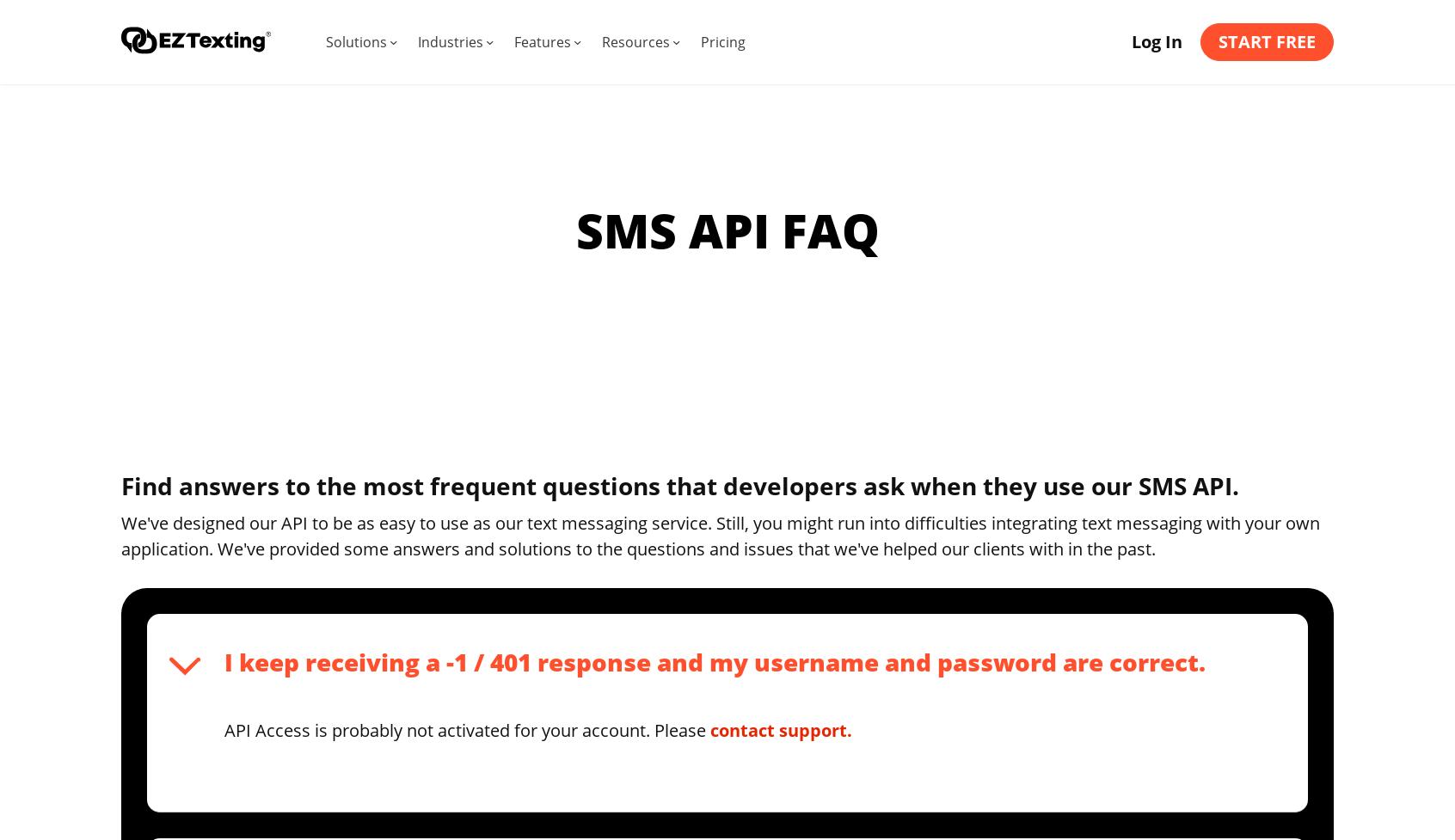  What do you see at coordinates (513, 42) in the screenshot?
I see `'Features'` at bounding box center [513, 42].